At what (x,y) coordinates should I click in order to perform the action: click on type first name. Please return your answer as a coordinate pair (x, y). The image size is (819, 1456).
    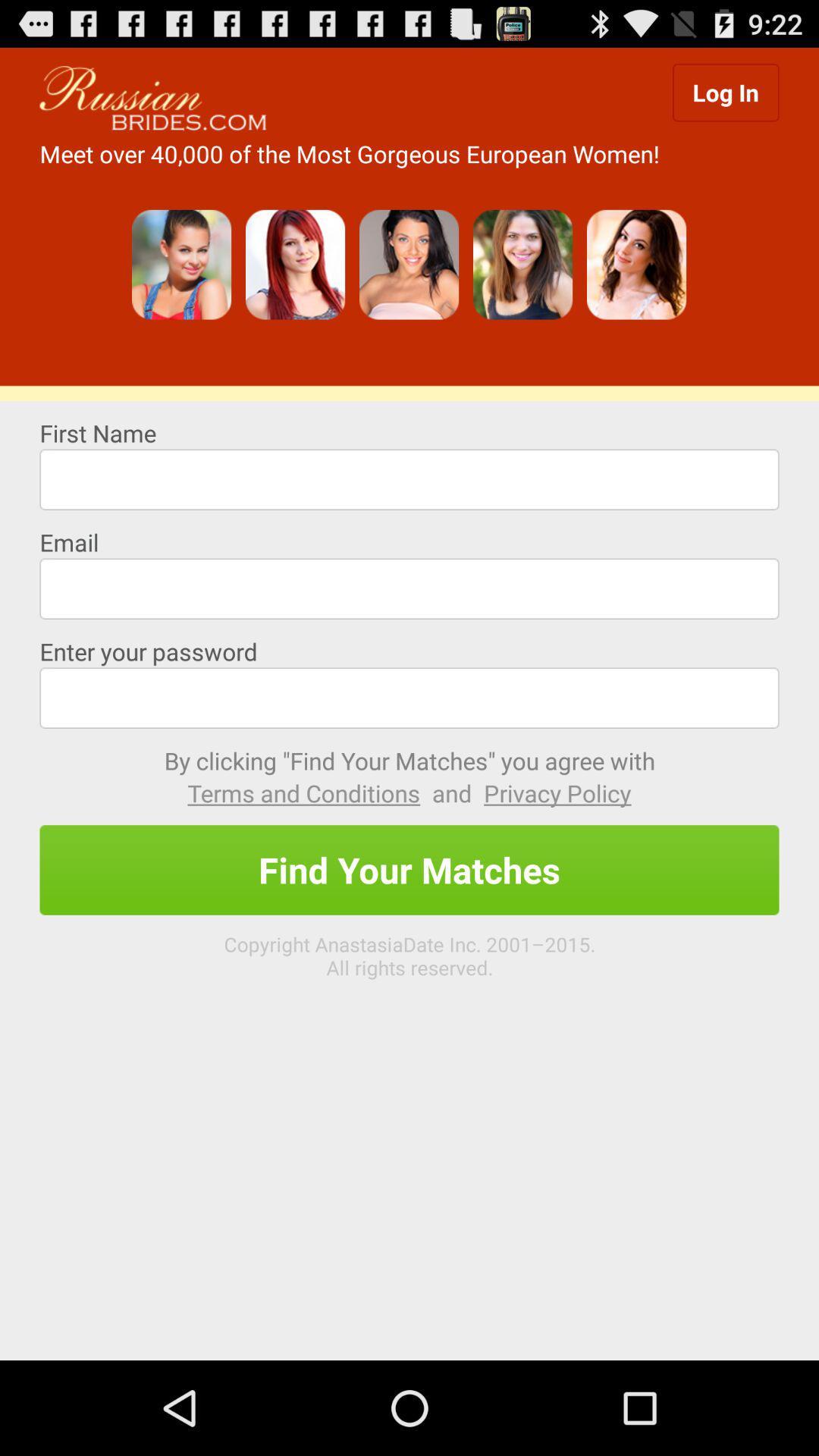
    Looking at the image, I should click on (409, 479).